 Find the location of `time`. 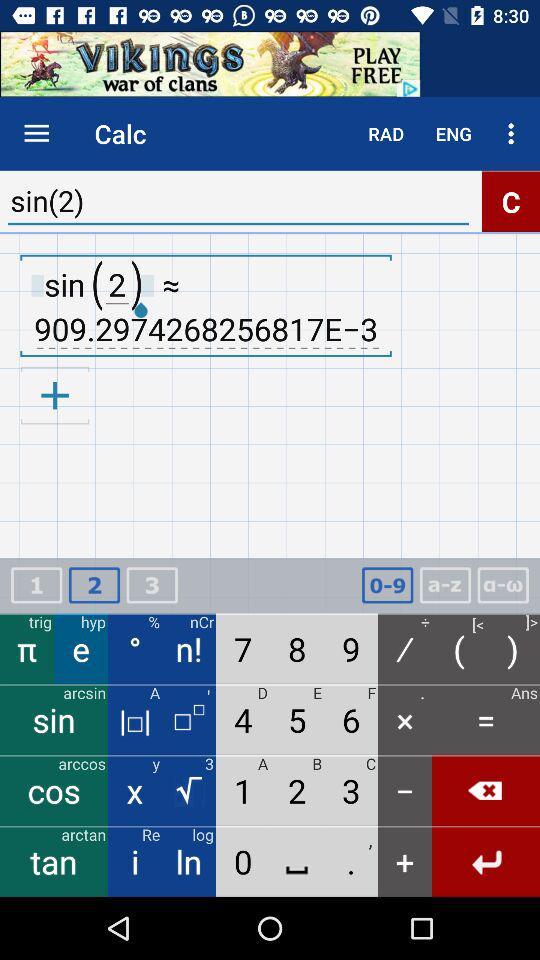

time is located at coordinates (387, 585).